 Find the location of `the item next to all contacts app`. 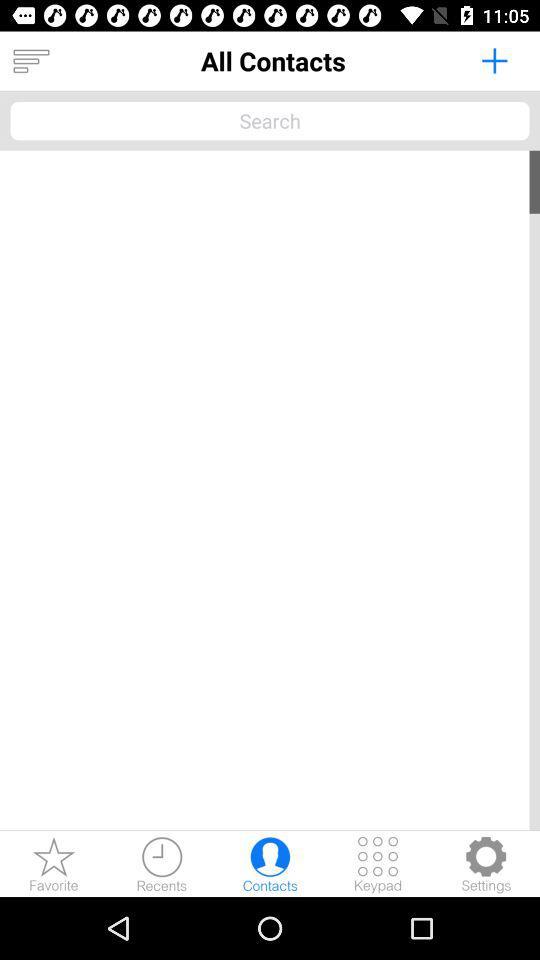

the item next to all contacts app is located at coordinates (493, 59).